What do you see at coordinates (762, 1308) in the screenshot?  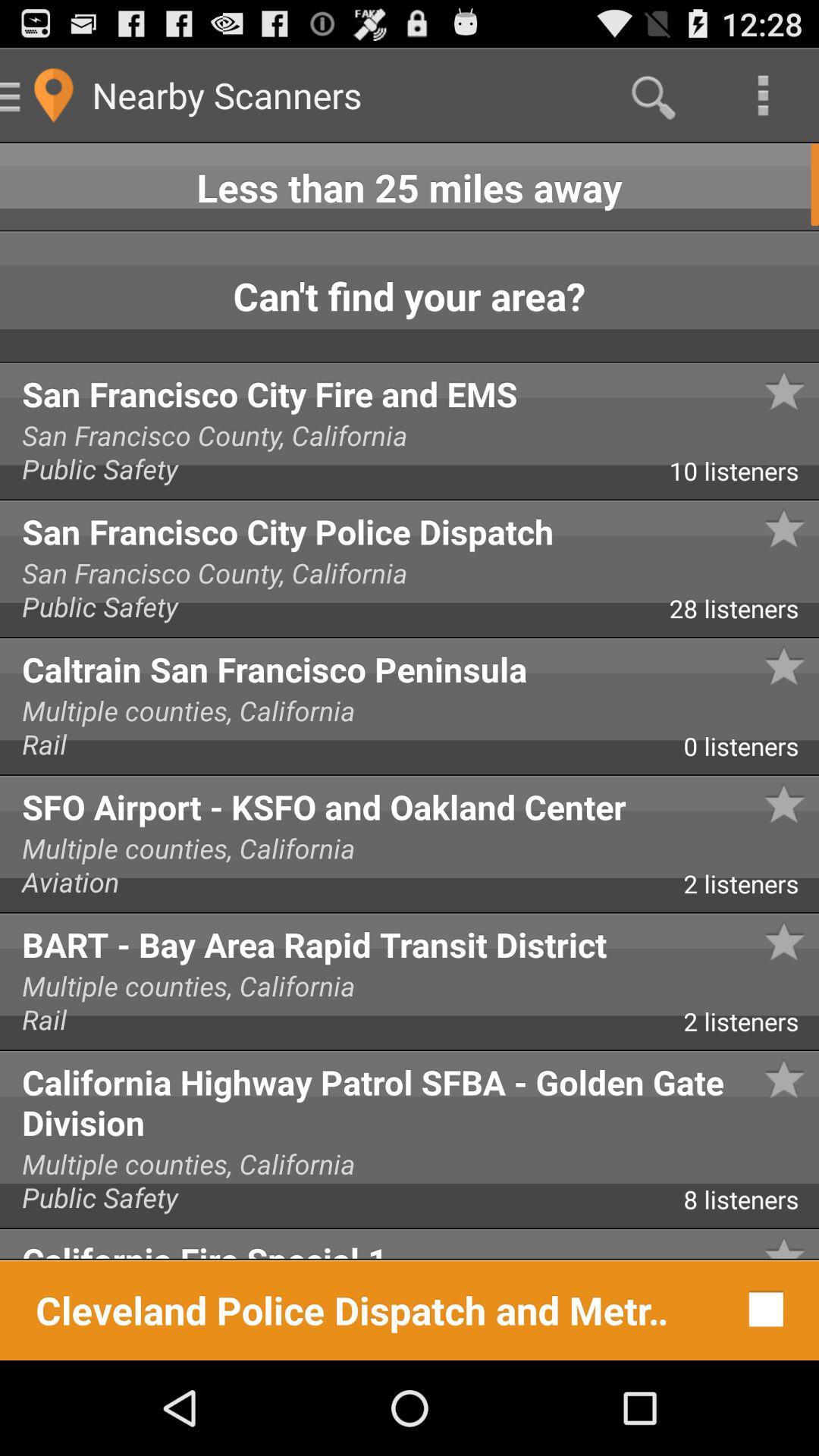 I see `item next to cleveland police dispatch` at bounding box center [762, 1308].